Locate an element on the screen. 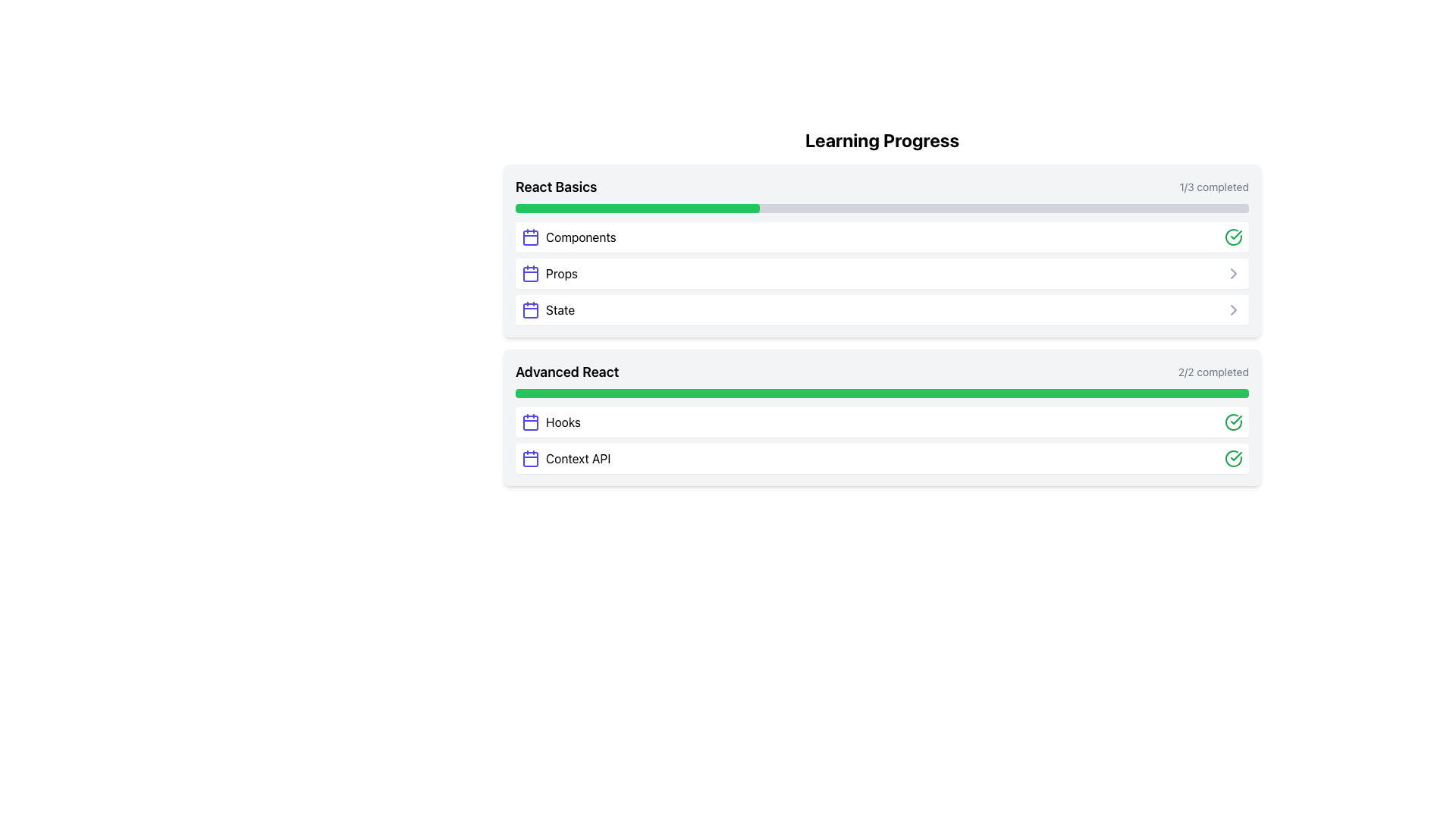  the right-facing chevron icon, which is the rightmost item in the 'State' row under the 'React Basics' section is located at coordinates (1234, 309).